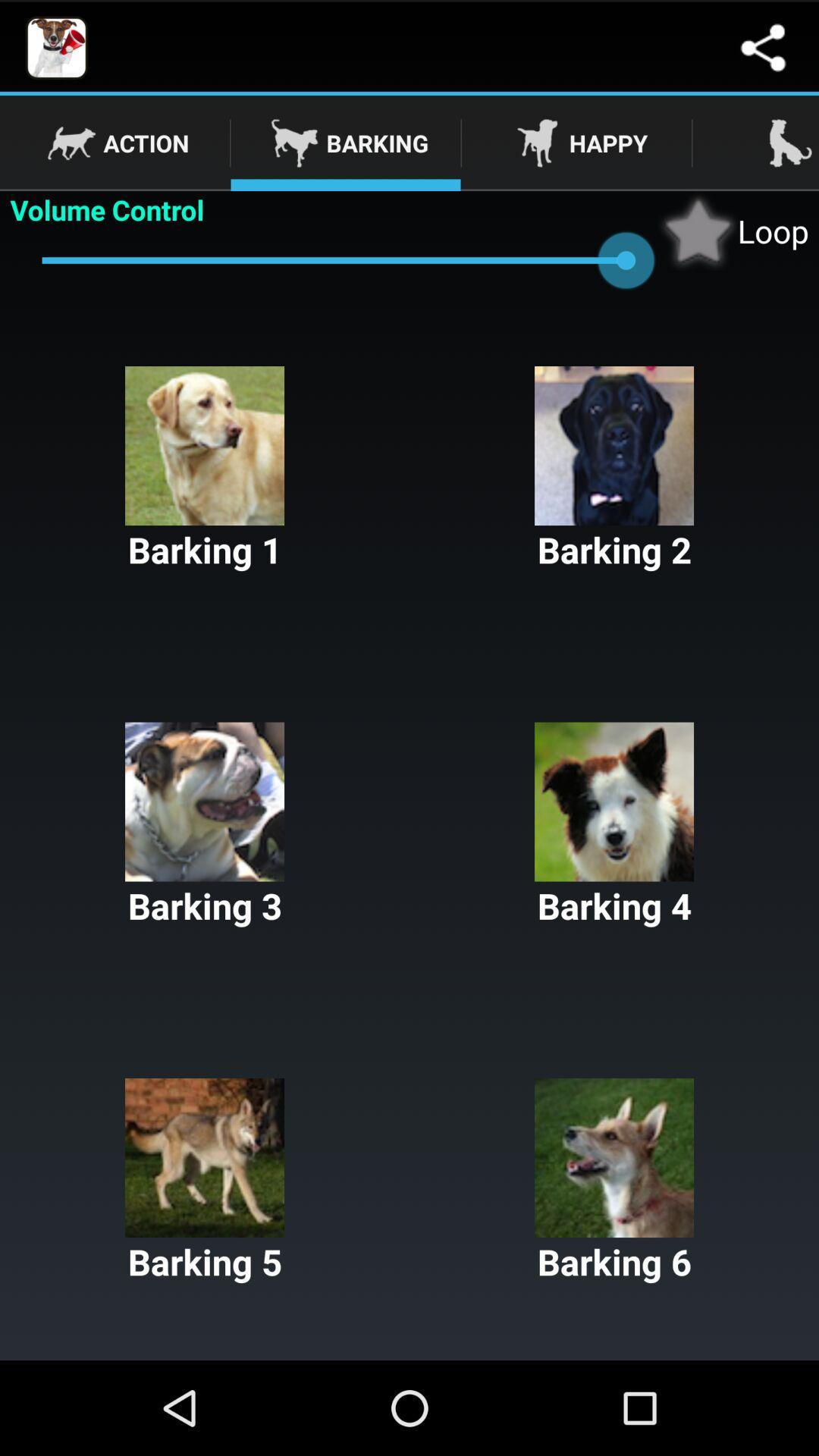  Describe the element at coordinates (614, 1181) in the screenshot. I see `the button at the bottom right corner` at that location.